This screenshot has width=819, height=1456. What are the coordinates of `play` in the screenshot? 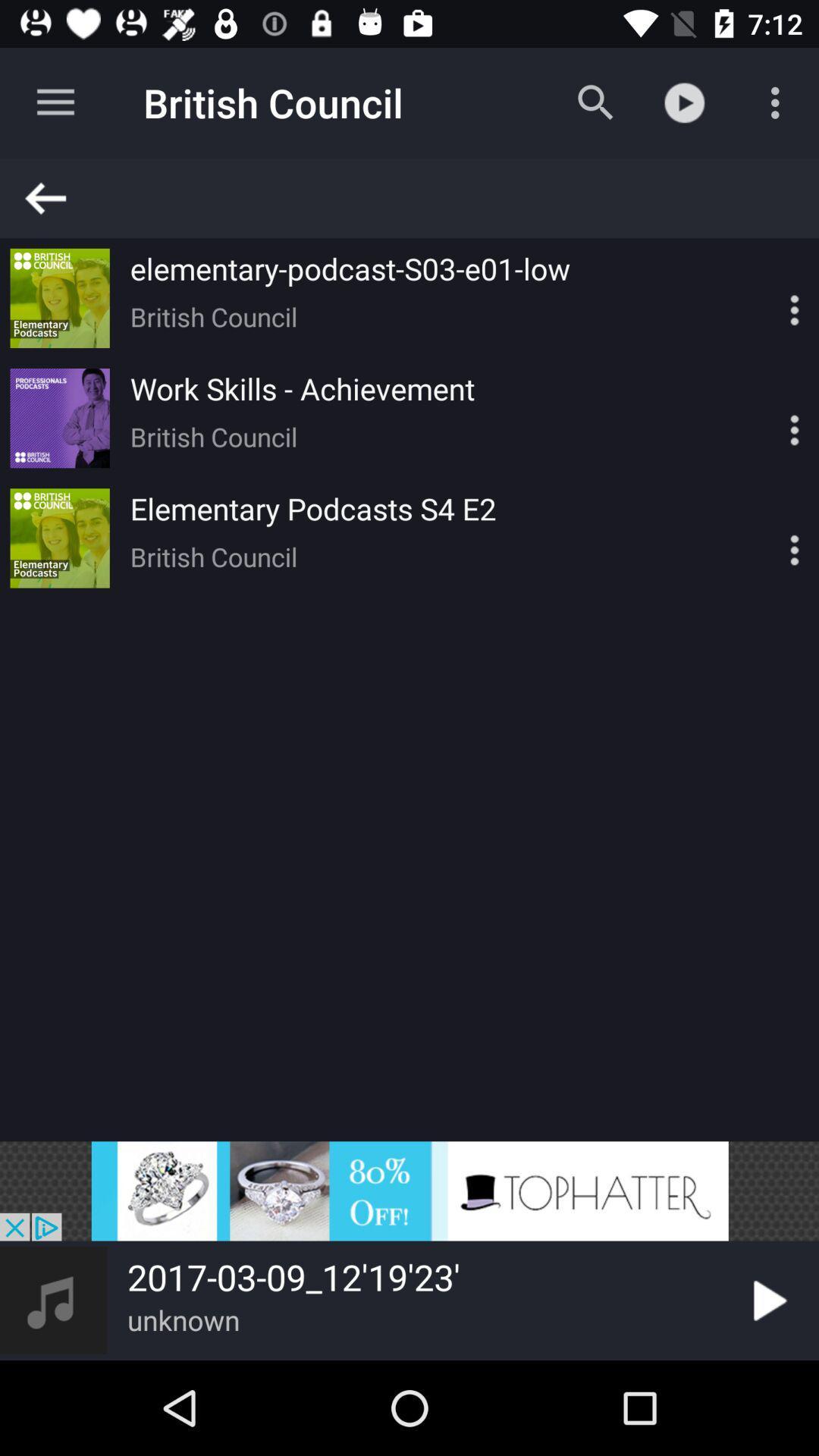 It's located at (767, 1300).